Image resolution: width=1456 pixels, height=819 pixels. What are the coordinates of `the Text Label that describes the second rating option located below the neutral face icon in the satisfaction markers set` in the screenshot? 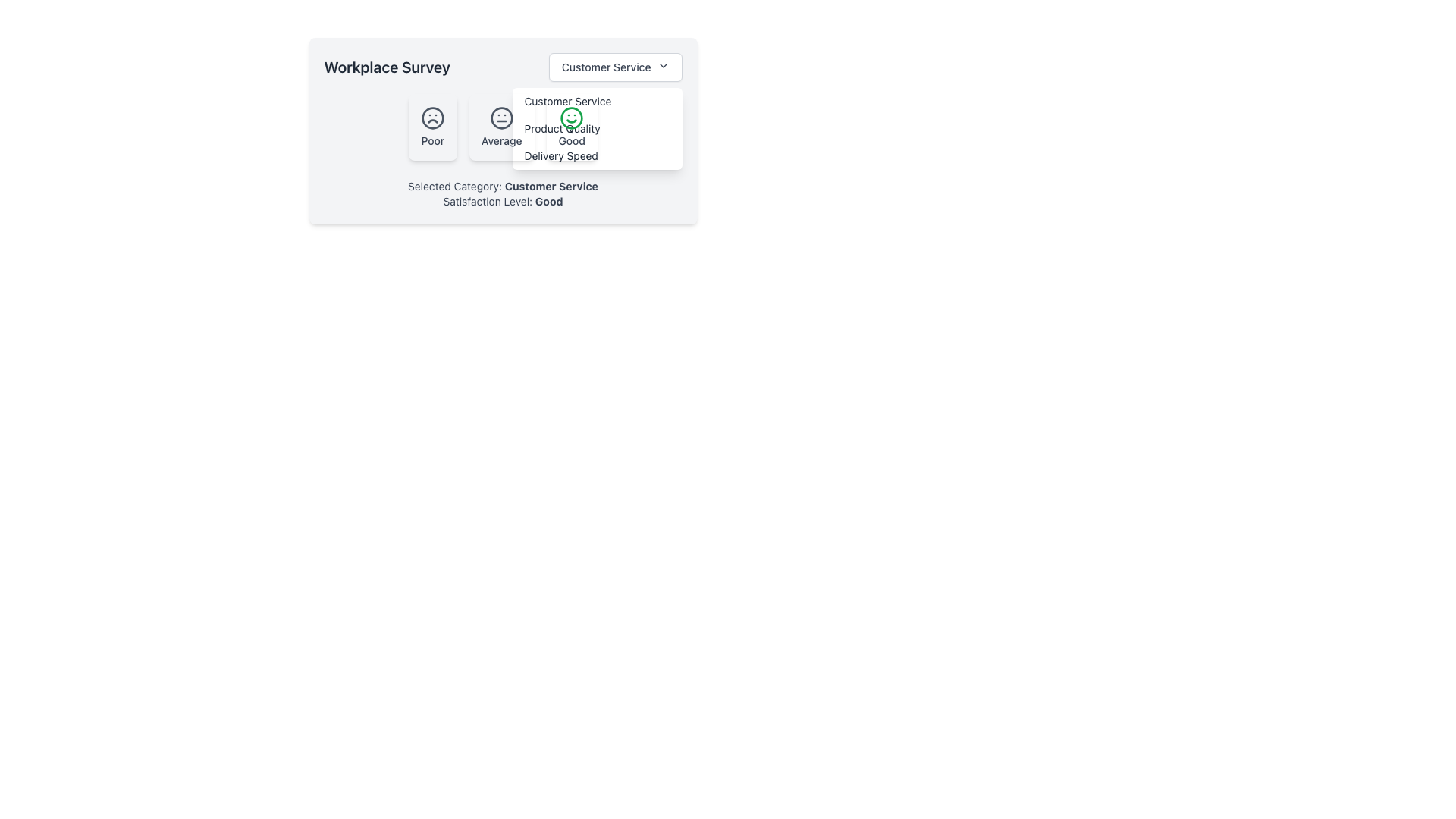 It's located at (501, 140).